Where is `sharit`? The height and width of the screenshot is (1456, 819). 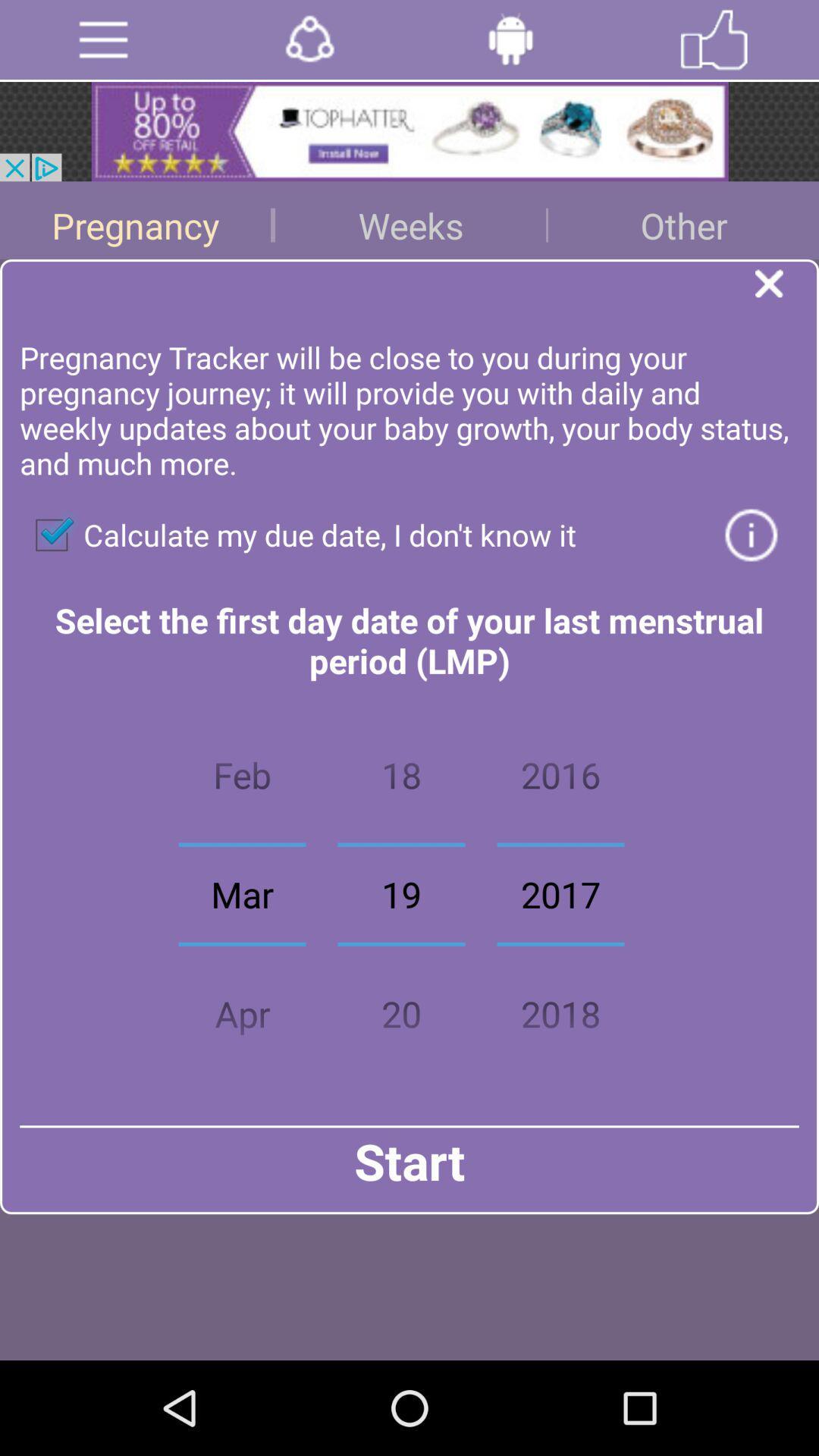 sharit is located at coordinates (309, 39).